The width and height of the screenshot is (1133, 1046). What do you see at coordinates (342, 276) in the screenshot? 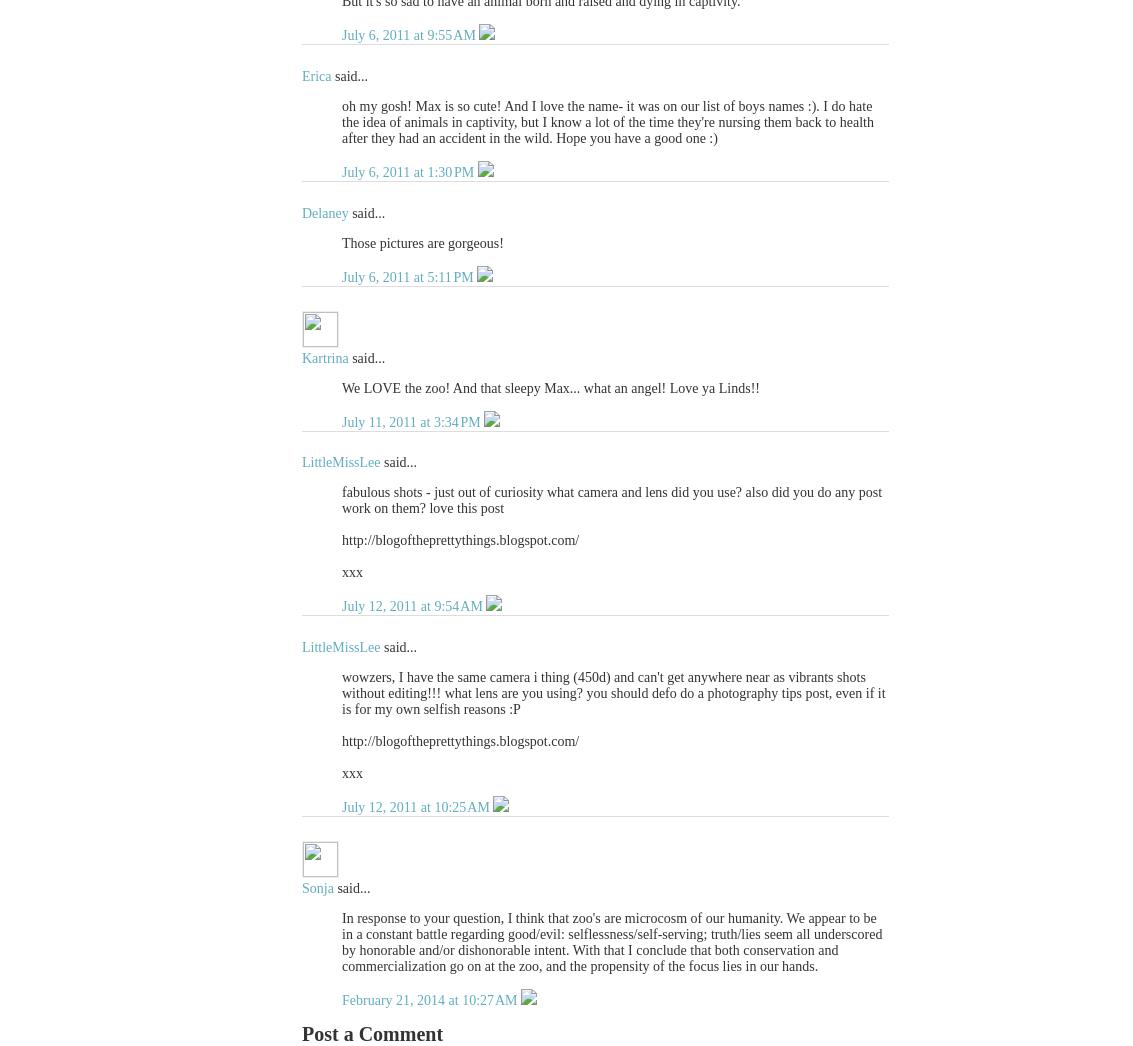
I see `'July 6, 2011 at 5:11 PM'` at bounding box center [342, 276].